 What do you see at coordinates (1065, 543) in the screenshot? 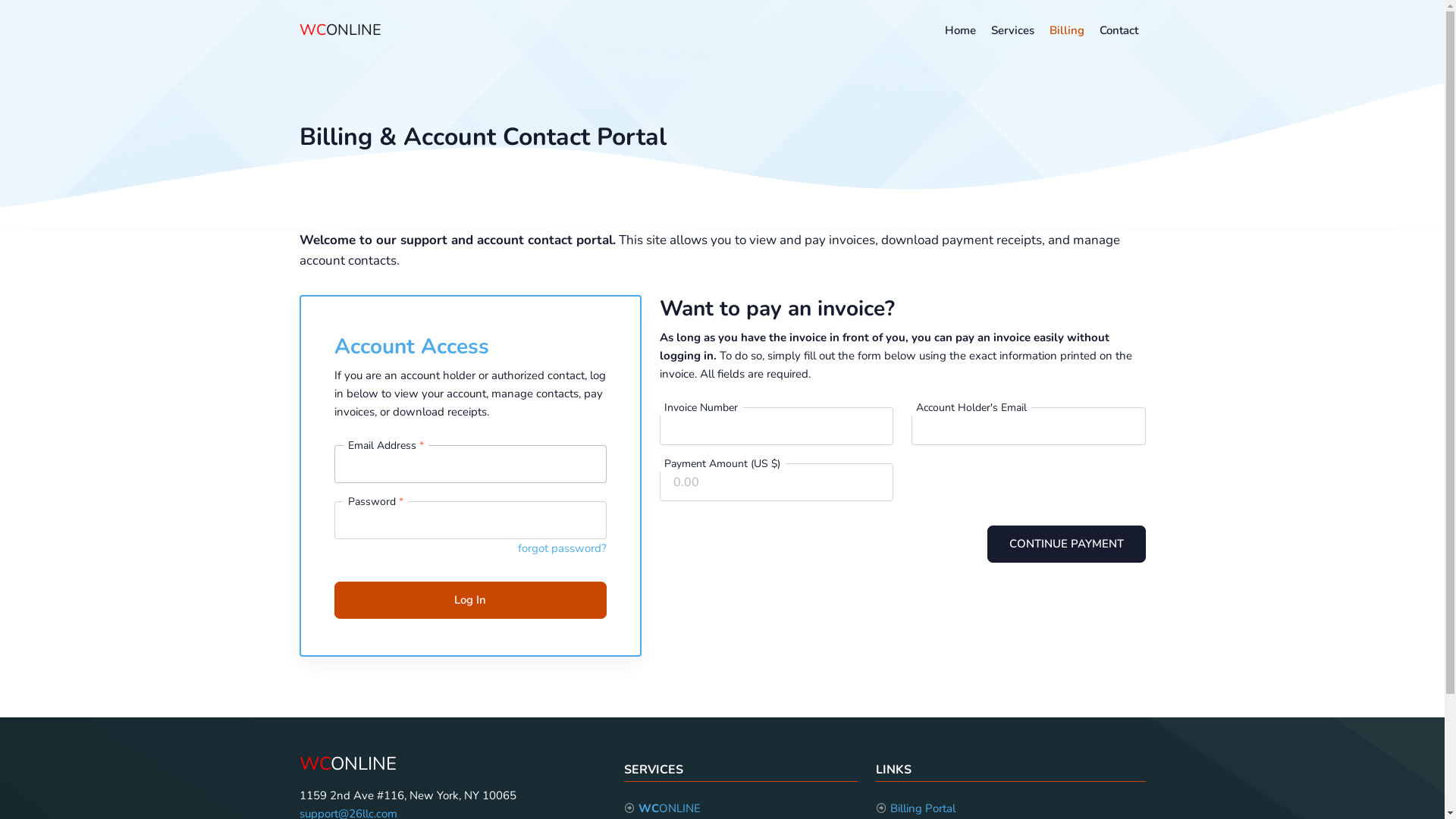
I see `'CONTINUE PAYMENT'` at bounding box center [1065, 543].